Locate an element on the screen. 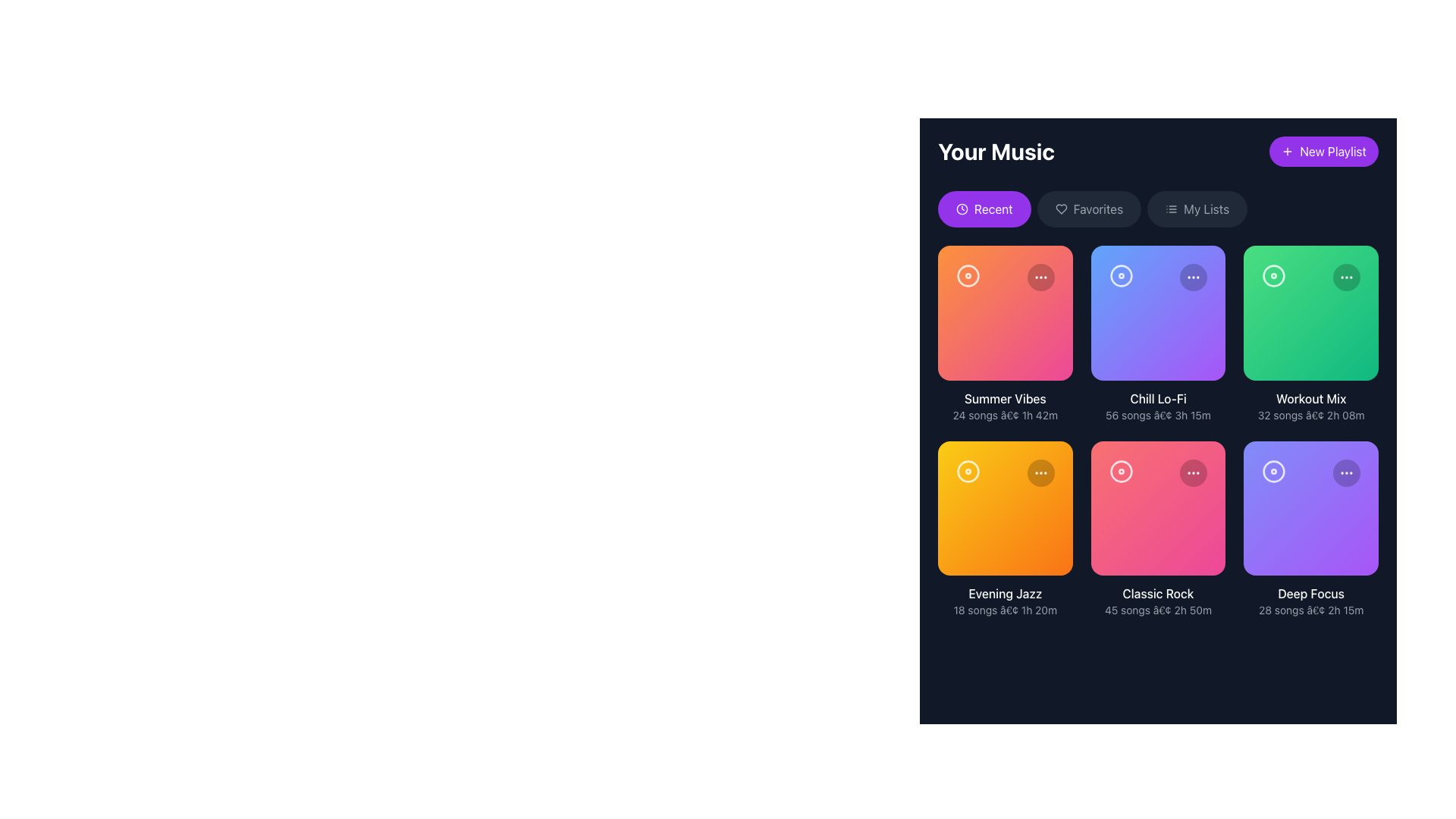 The image size is (1456, 819). the small circular clock icon located to the left of the 'Recent' button in the header section of the playlist view is located at coordinates (961, 209).